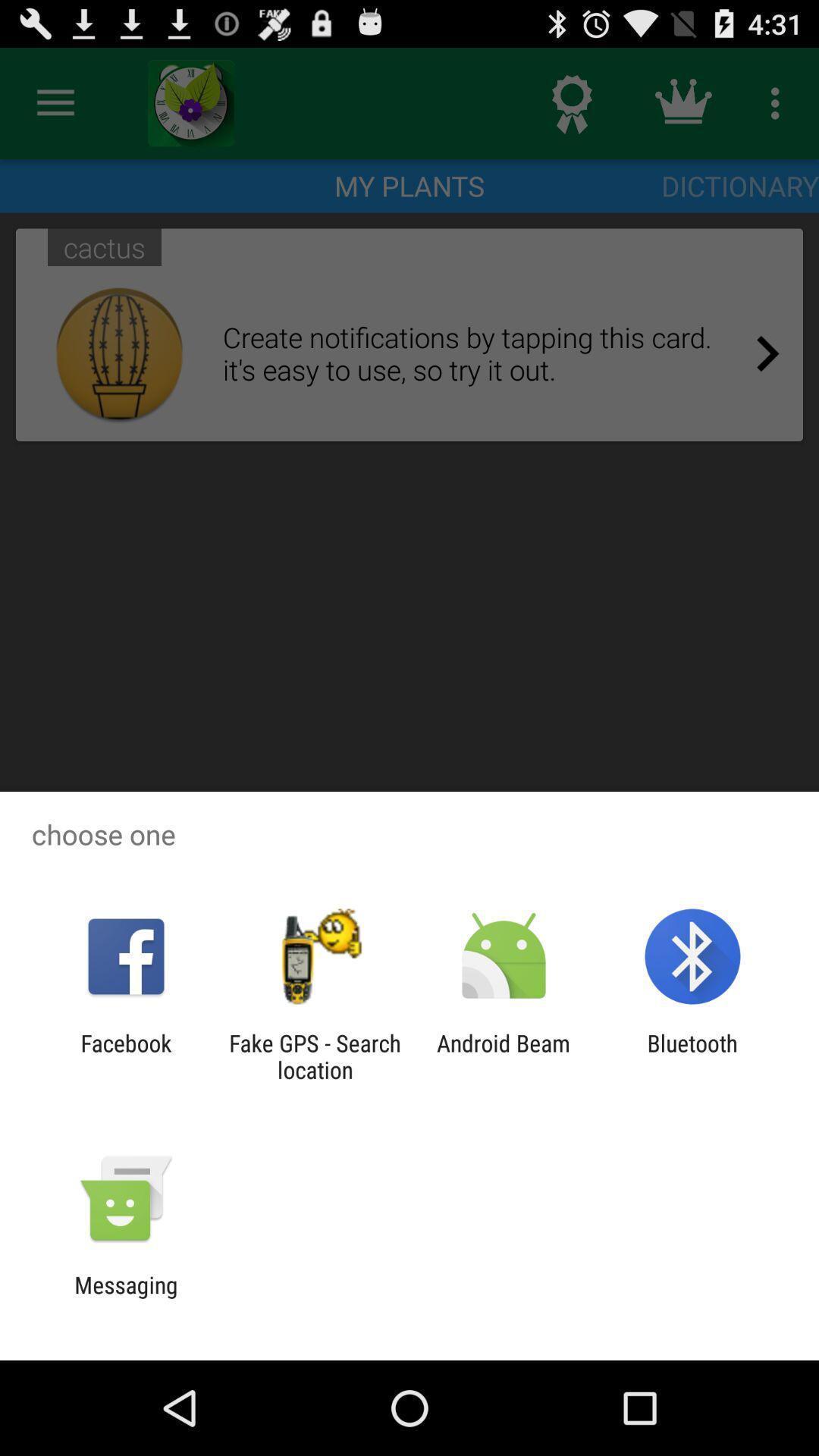  What do you see at coordinates (504, 1056) in the screenshot?
I see `the item to the left of the bluetooth app` at bounding box center [504, 1056].